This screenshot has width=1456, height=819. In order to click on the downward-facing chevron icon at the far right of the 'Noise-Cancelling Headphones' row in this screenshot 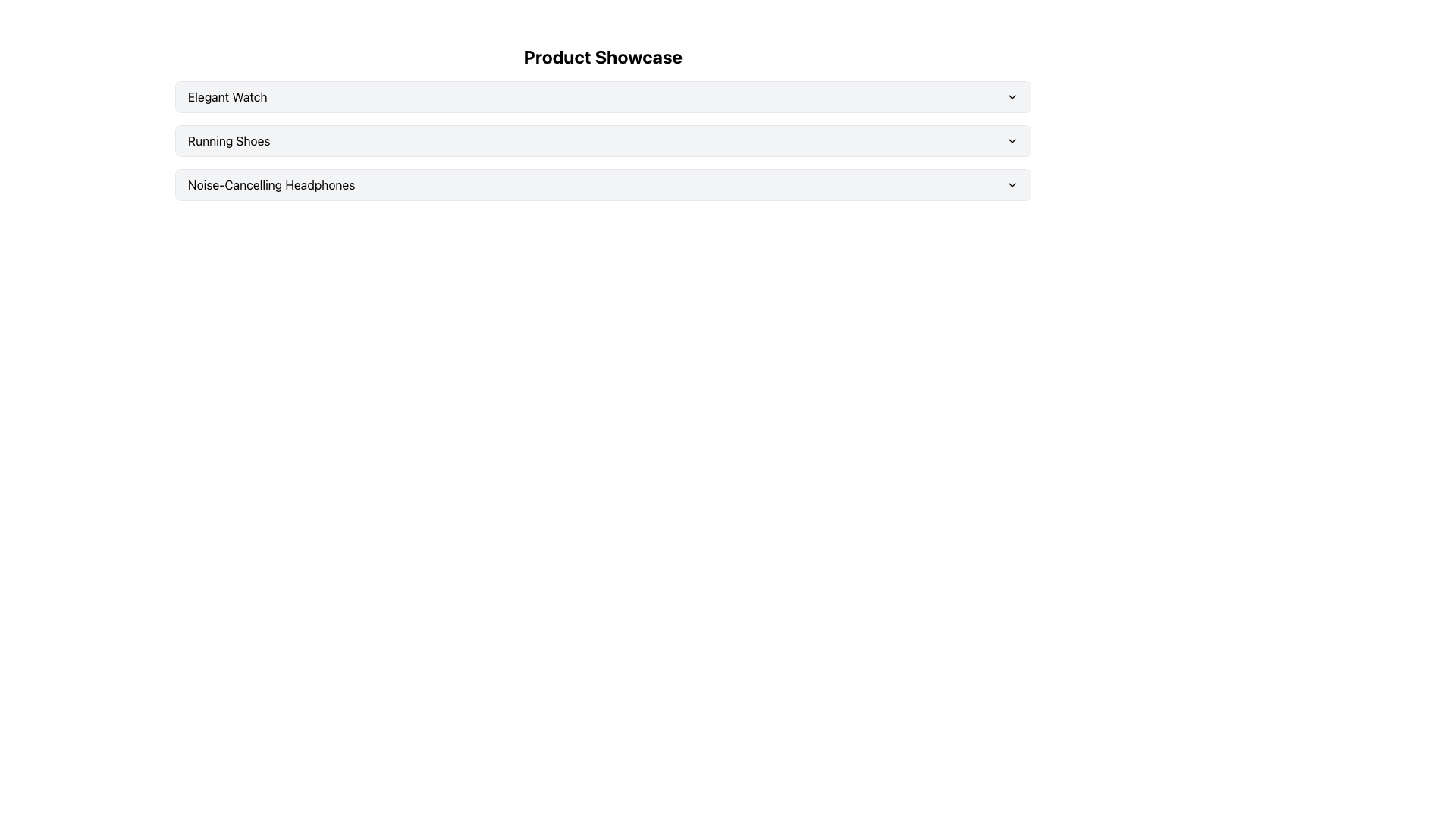, I will do `click(1012, 184)`.